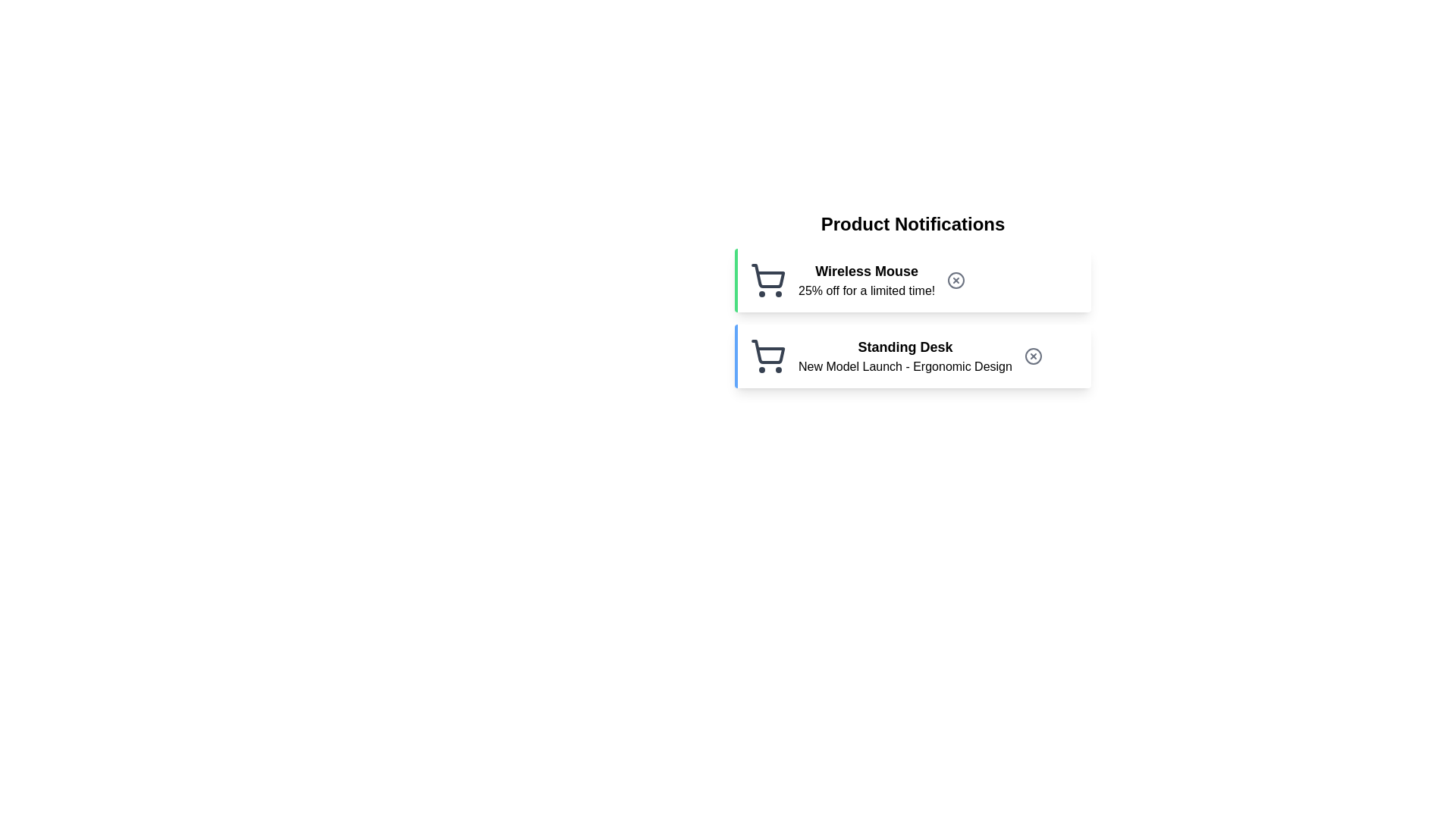  Describe the element at coordinates (767, 281) in the screenshot. I see `the shopping cart icon to observe its details` at that location.